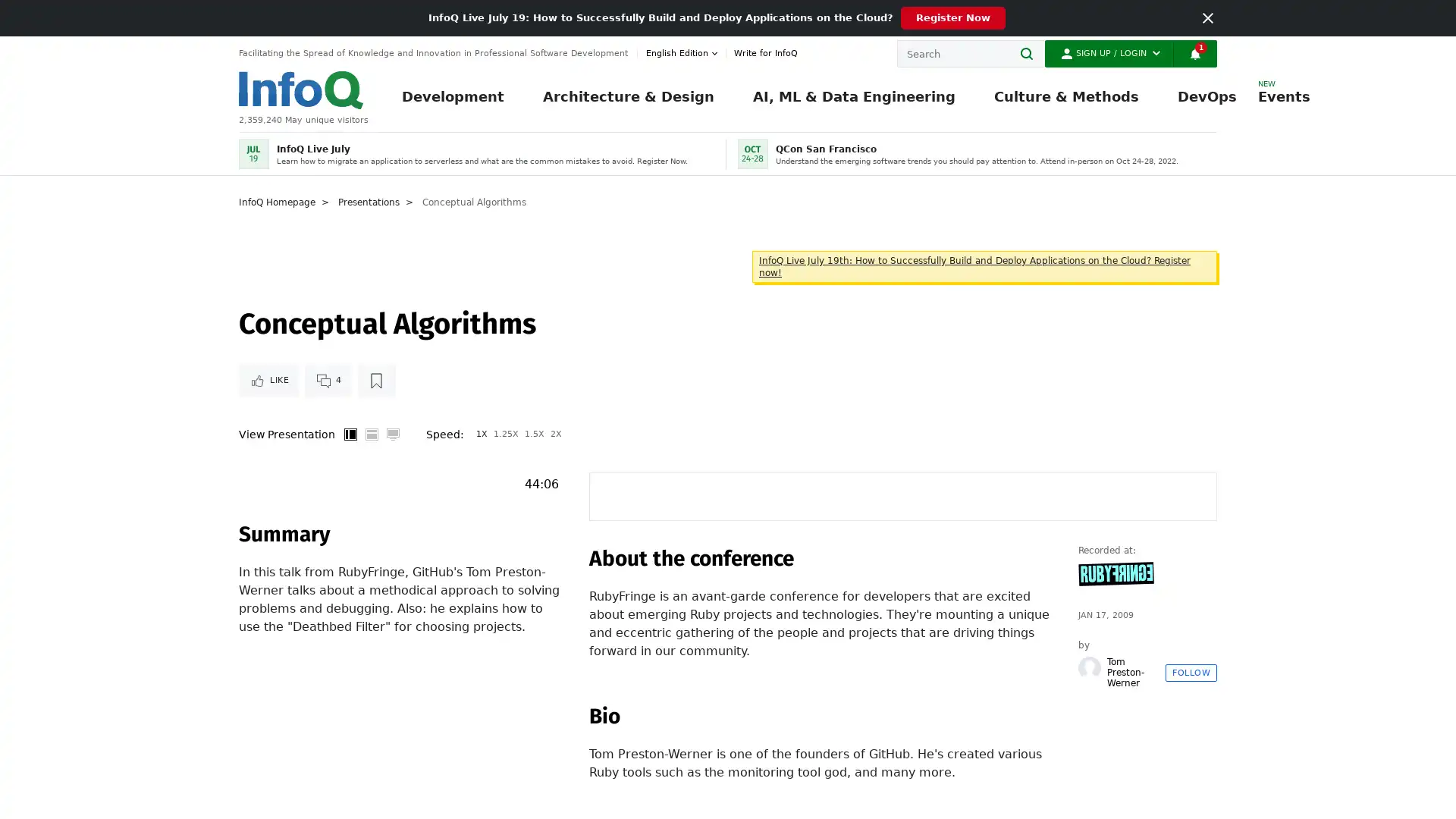 The width and height of the screenshot is (1456, 819). Describe the element at coordinates (683, 52) in the screenshot. I see `English edition` at that location.